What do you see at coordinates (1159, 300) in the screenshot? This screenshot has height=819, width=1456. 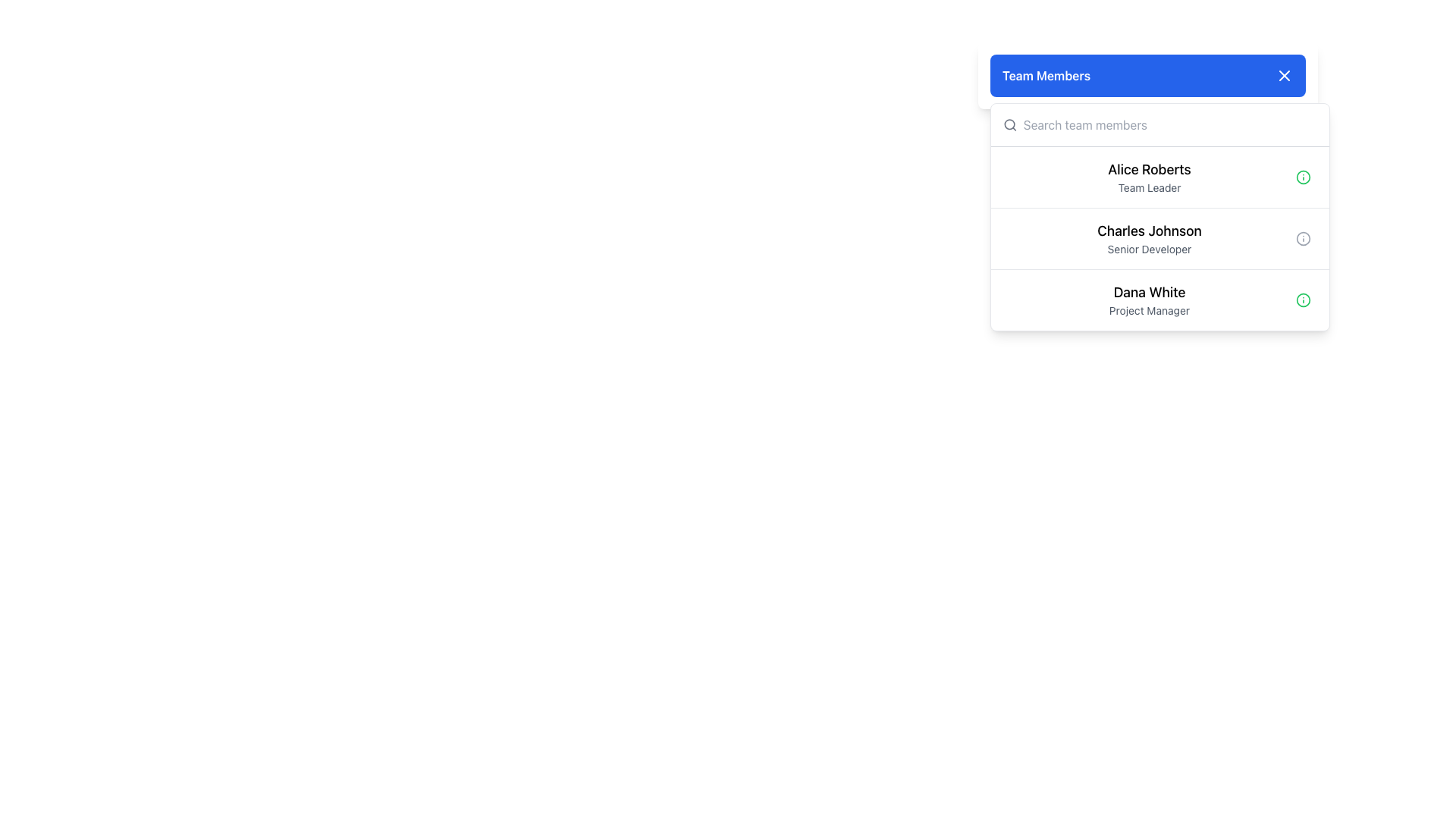 I see `the third selectable list item` at bounding box center [1159, 300].